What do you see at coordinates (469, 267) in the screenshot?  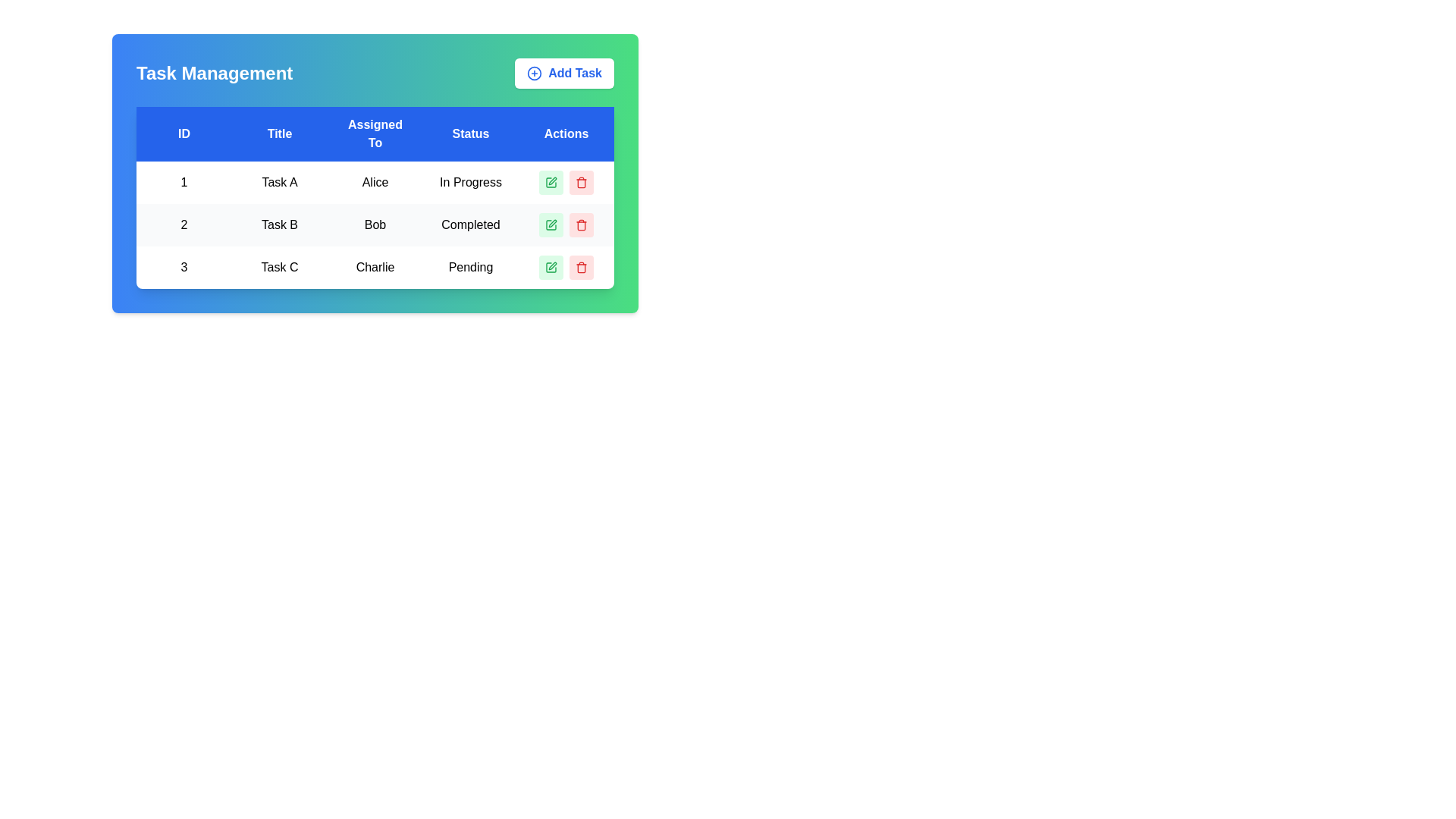 I see `the Text Label indicating the current status of a task as 'Pending', located in the third row of the table under the 'Status' column, fourth among its siblings` at bounding box center [469, 267].